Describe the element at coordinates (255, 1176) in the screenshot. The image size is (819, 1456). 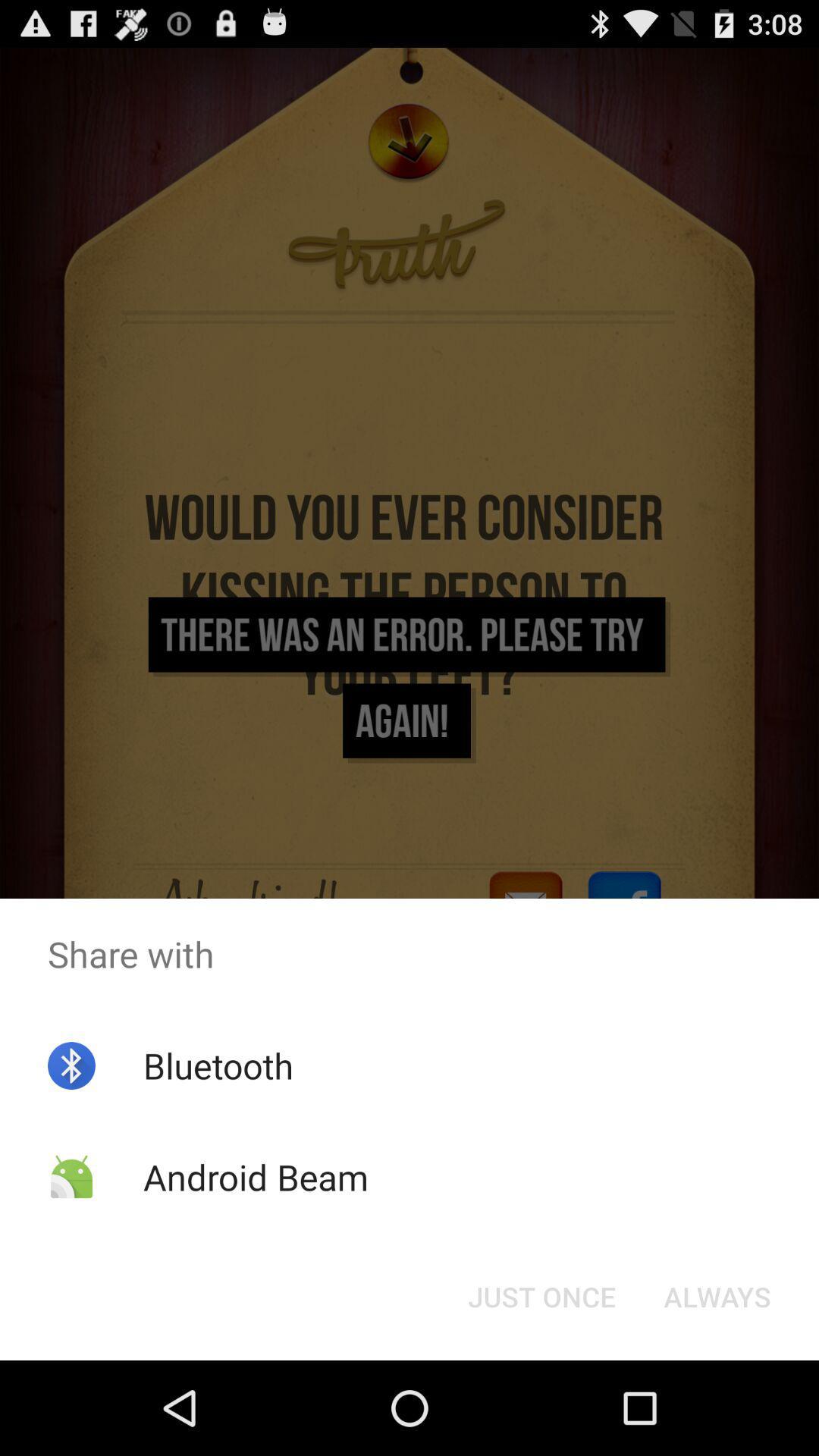
I see `the app below the bluetooth icon` at that location.